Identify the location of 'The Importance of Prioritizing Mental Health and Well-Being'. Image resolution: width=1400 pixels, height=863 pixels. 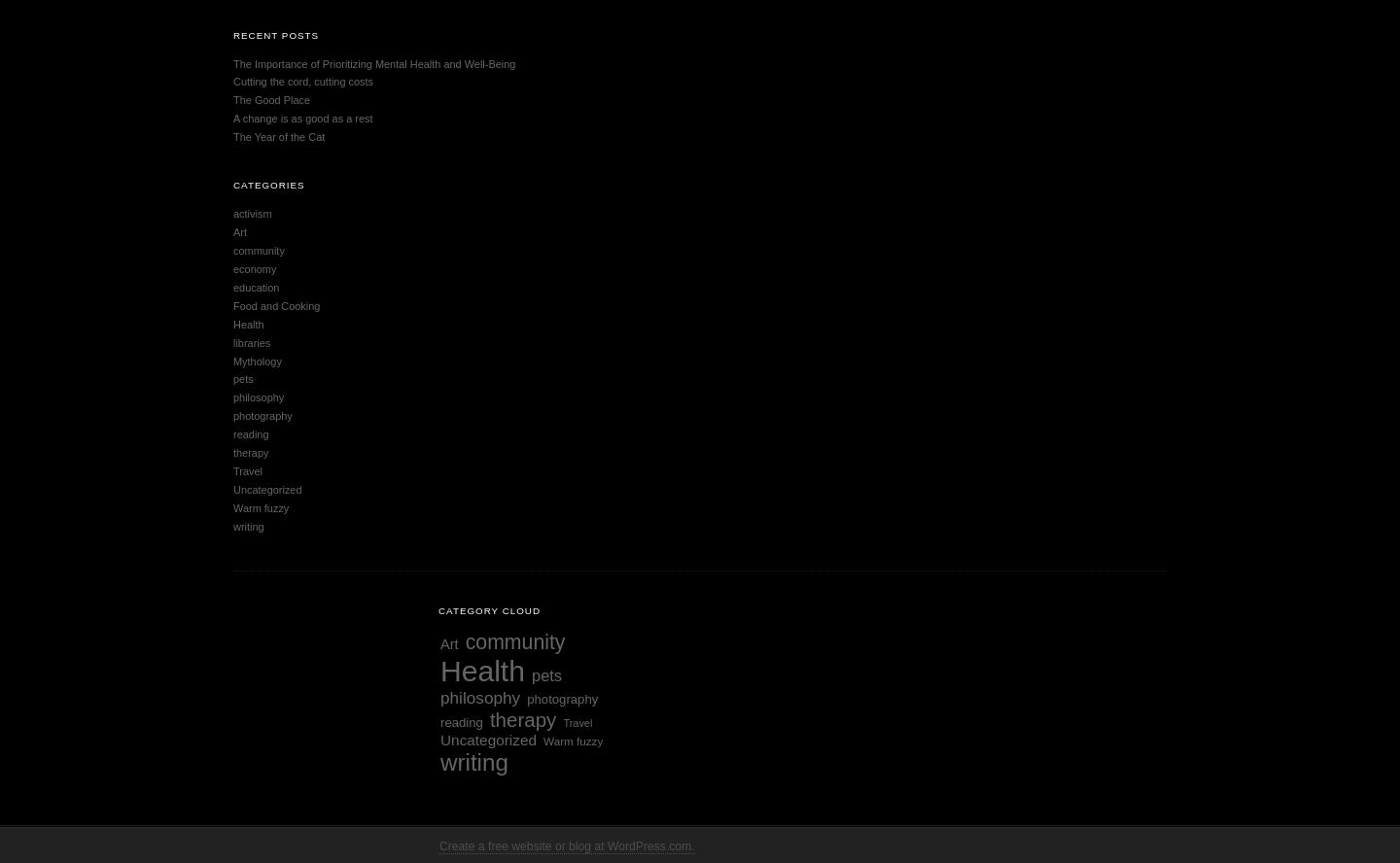
(373, 62).